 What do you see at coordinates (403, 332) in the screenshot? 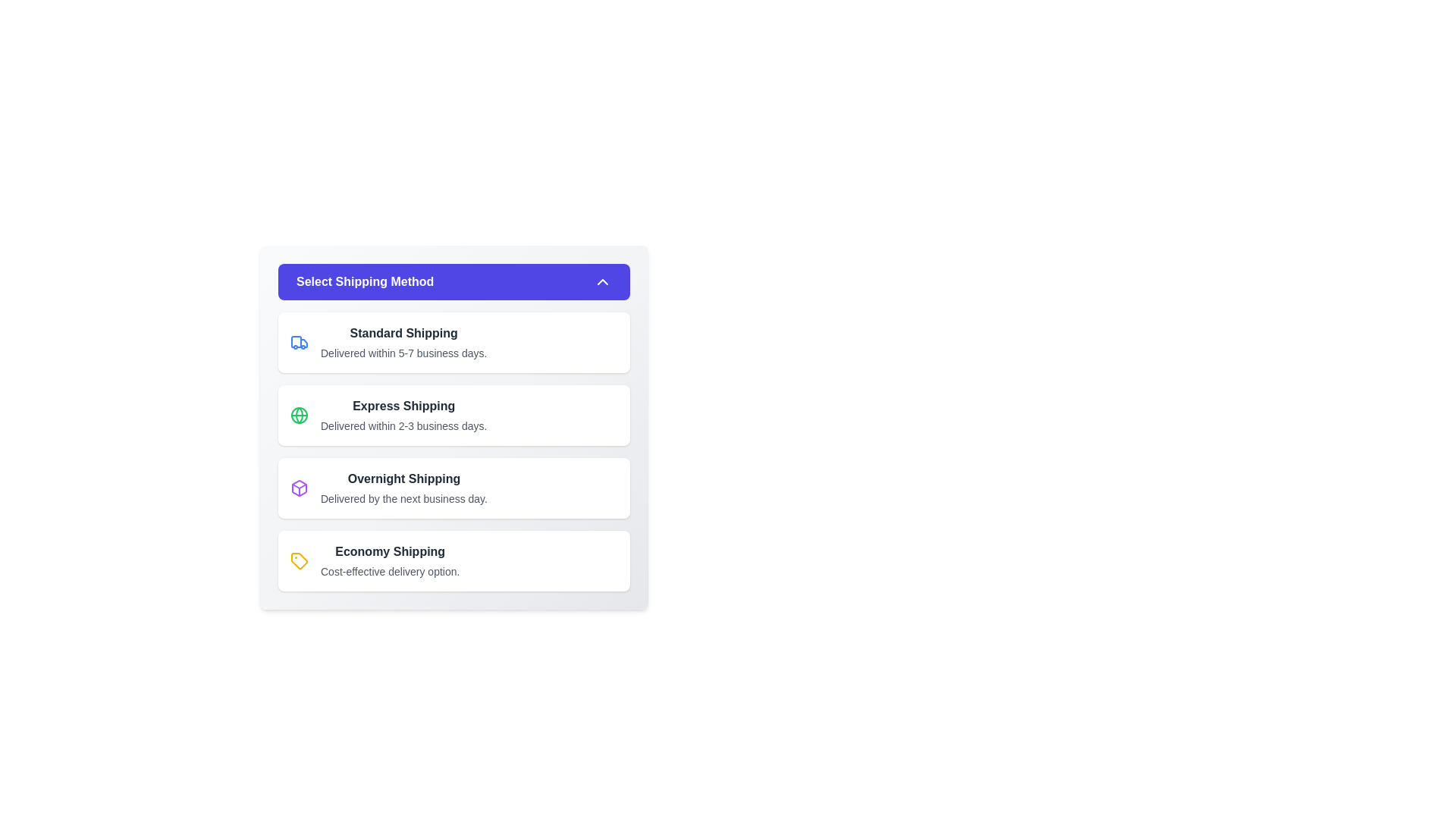
I see `bold text label reading 'Standard Shipping', which is styled in dark gray and located at the top-left of the shipping options section` at bounding box center [403, 332].